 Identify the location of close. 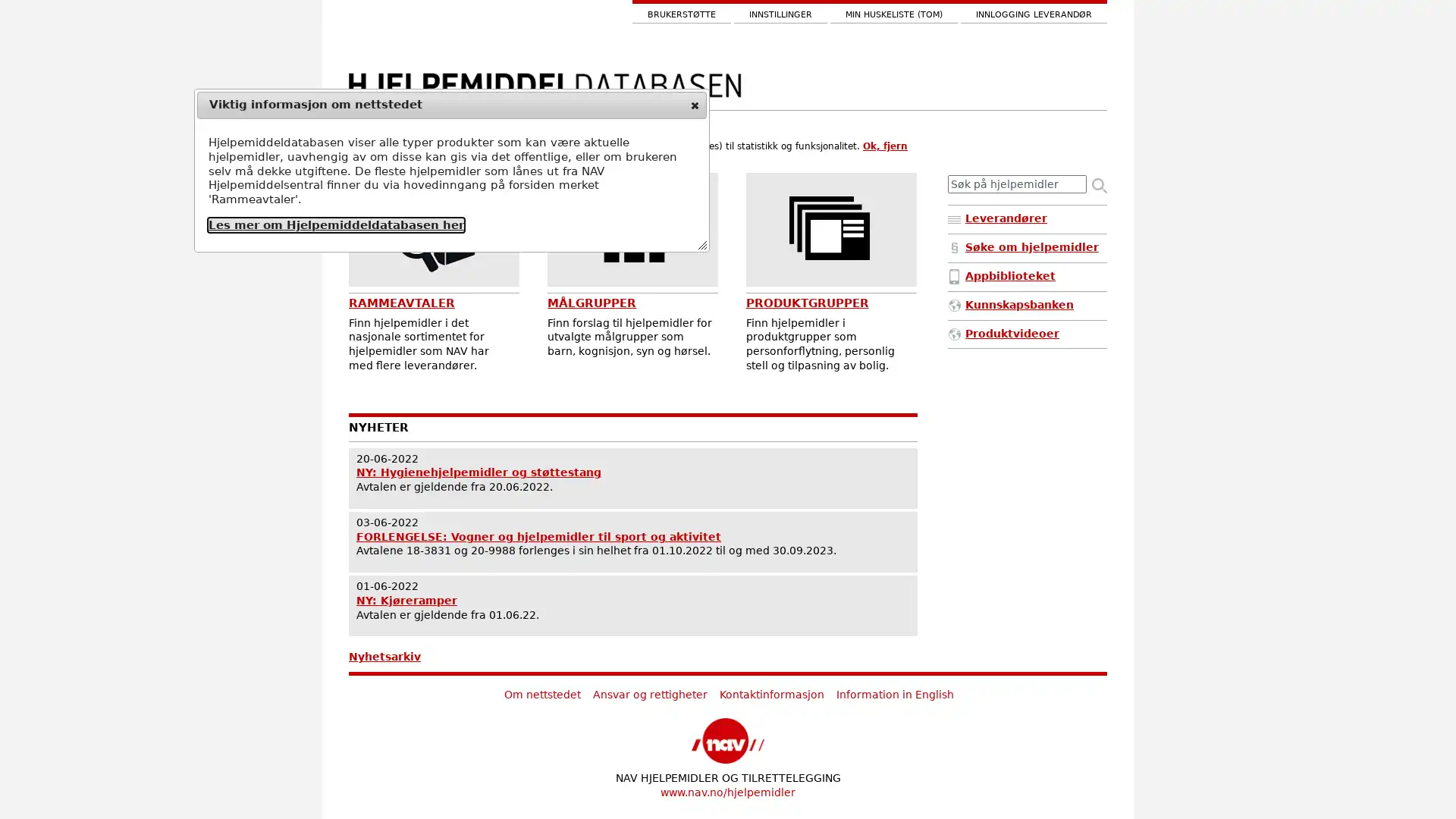
(693, 104).